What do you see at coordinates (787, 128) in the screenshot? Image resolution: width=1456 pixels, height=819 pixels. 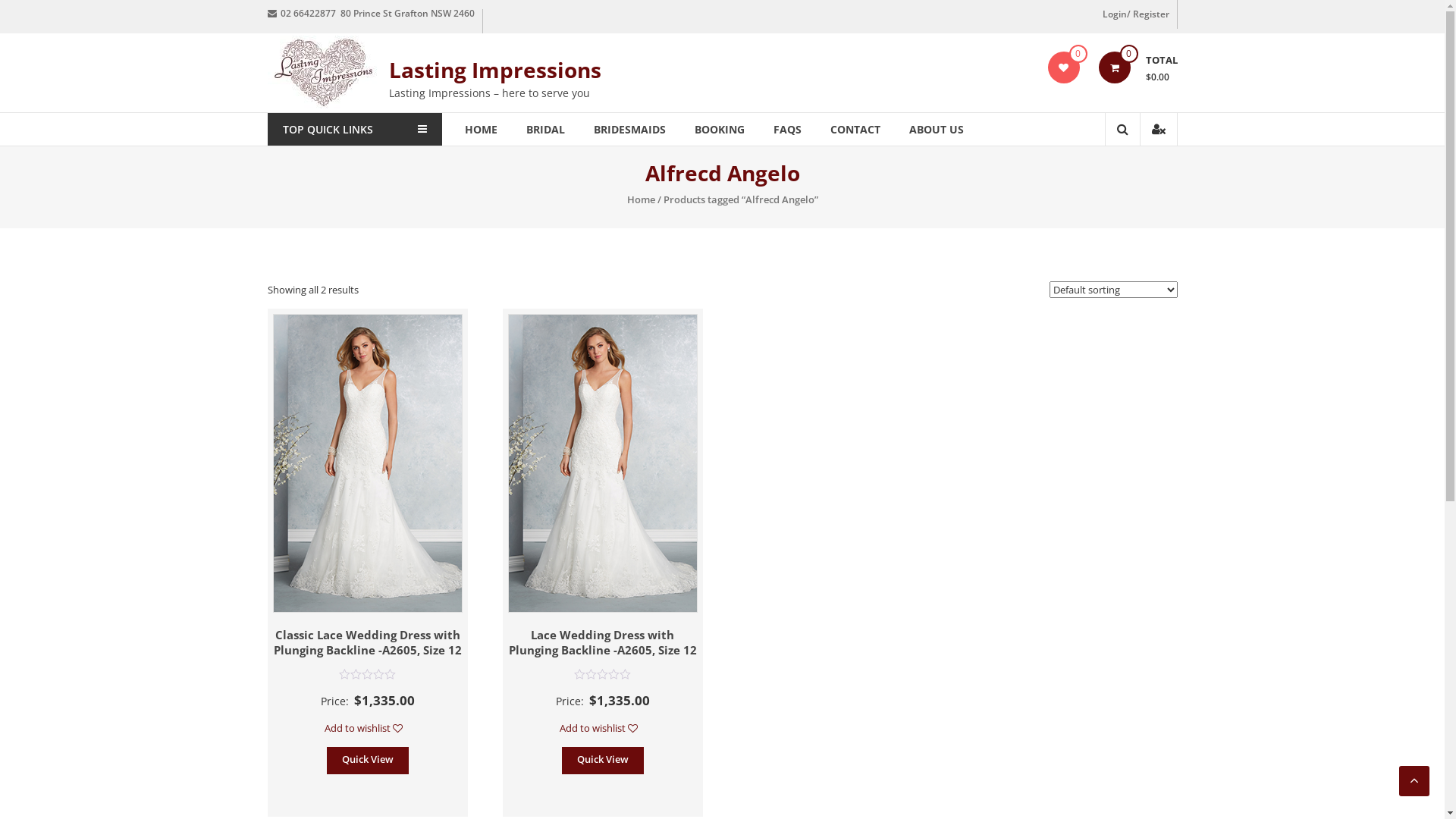 I see `'FAQS'` at bounding box center [787, 128].